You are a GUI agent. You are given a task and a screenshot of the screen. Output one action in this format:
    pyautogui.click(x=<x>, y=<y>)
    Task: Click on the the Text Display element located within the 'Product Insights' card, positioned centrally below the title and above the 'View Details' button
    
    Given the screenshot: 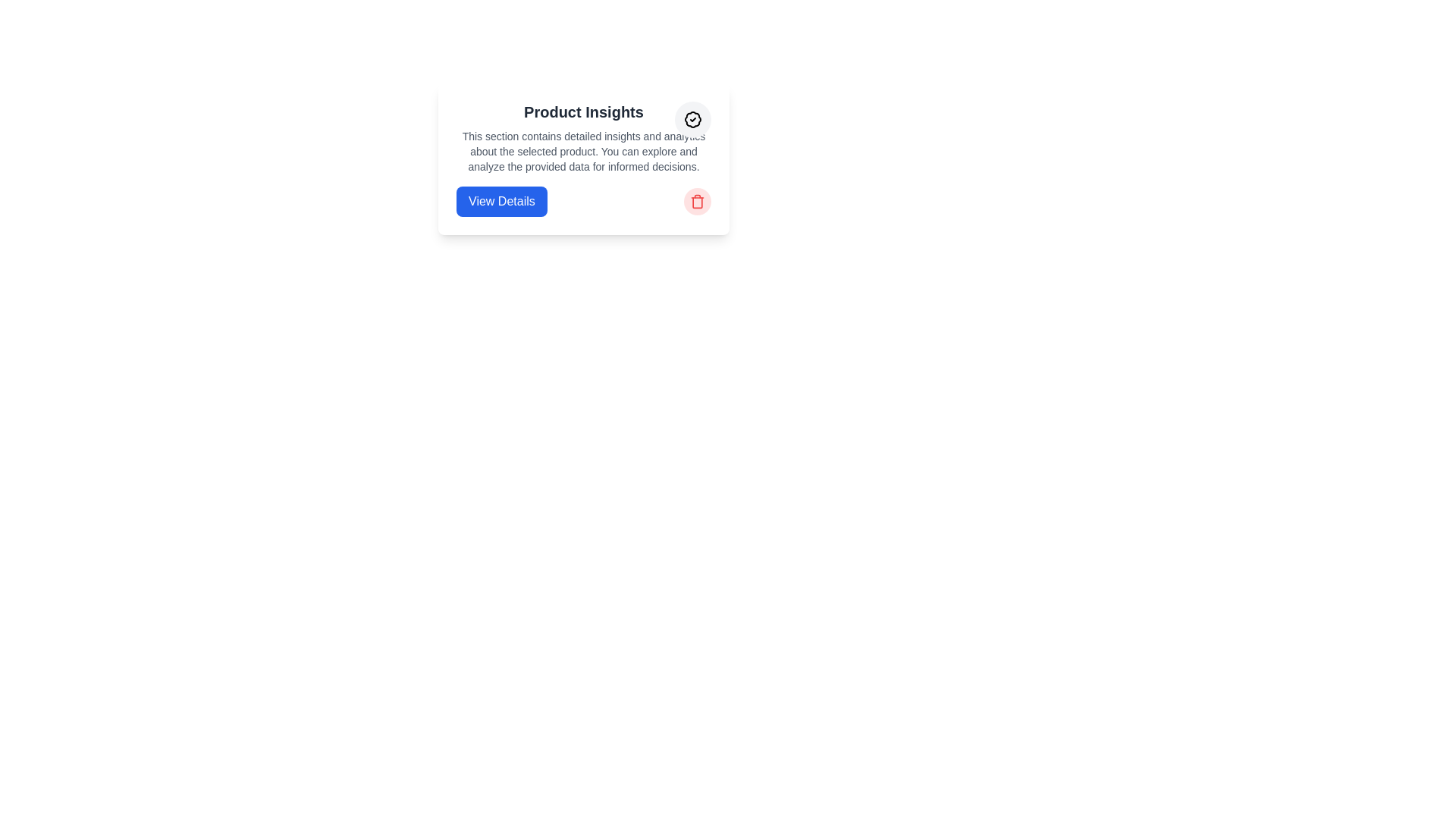 What is the action you would take?
    pyautogui.click(x=582, y=152)
    